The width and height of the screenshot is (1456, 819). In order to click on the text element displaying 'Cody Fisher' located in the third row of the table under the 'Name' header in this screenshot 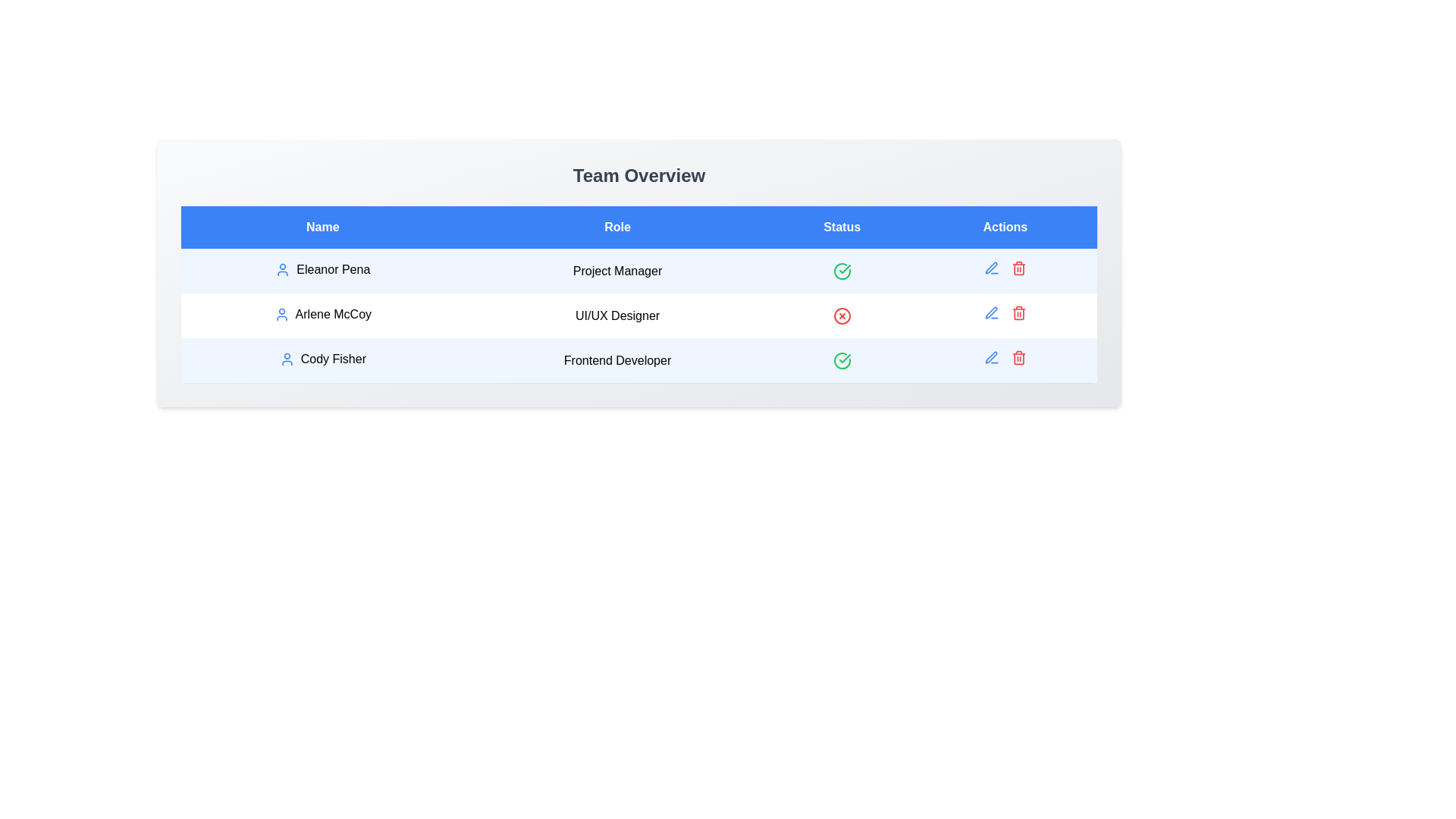, I will do `click(322, 359)`.